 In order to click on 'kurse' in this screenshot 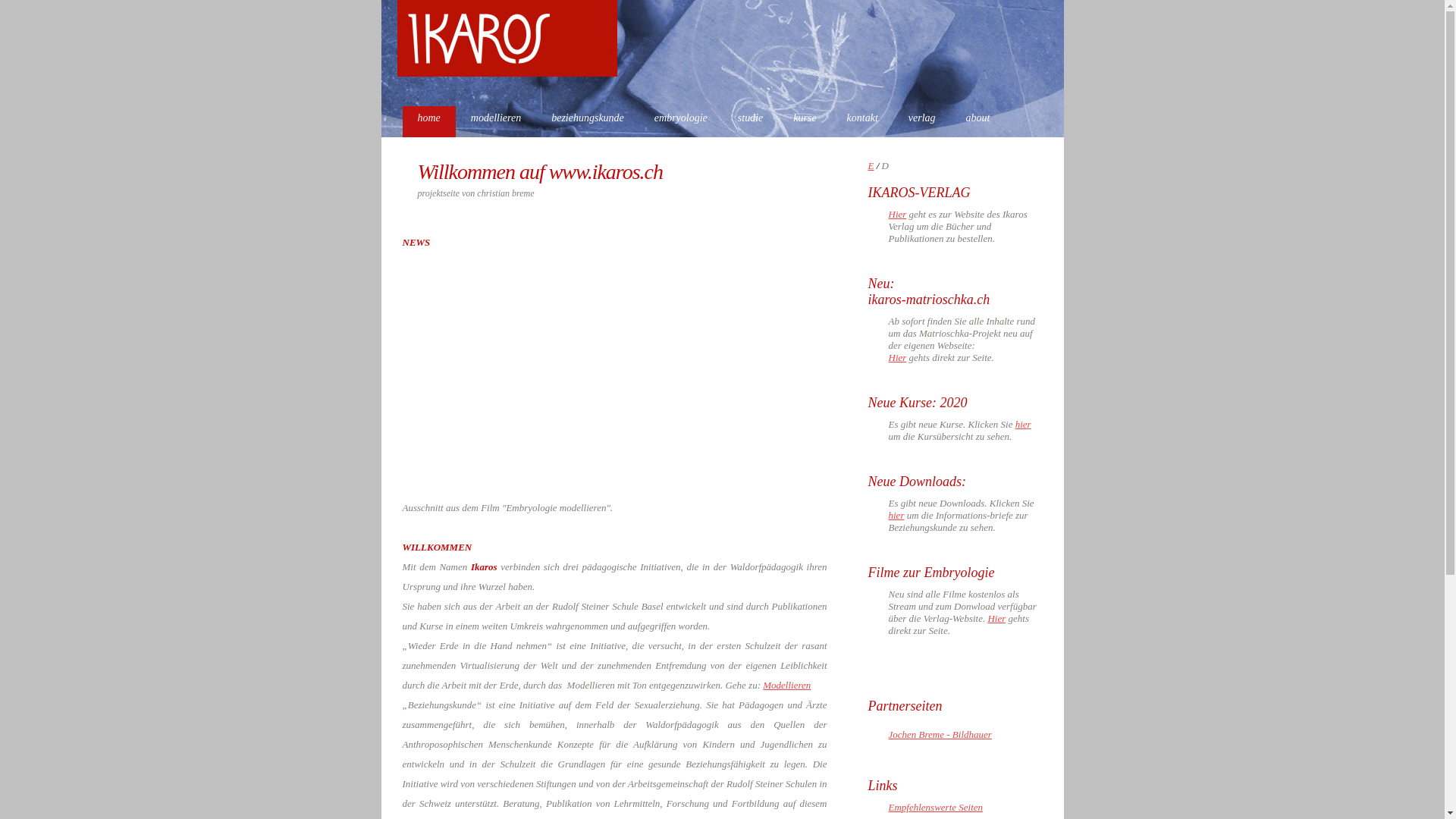, I will do `click(803, 121)`.